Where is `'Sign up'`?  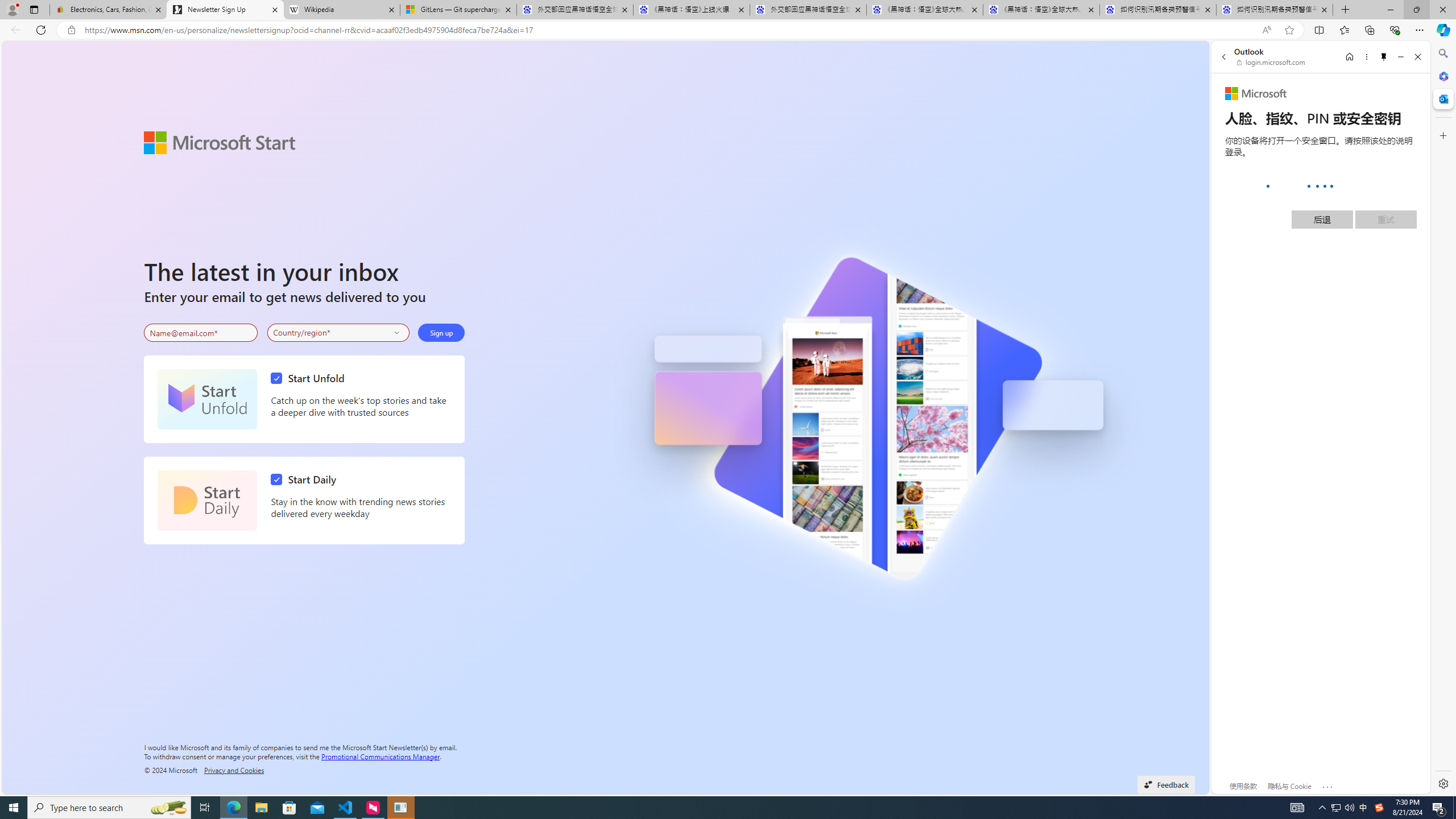 'Sign up' is located at coordinates (441, 333).